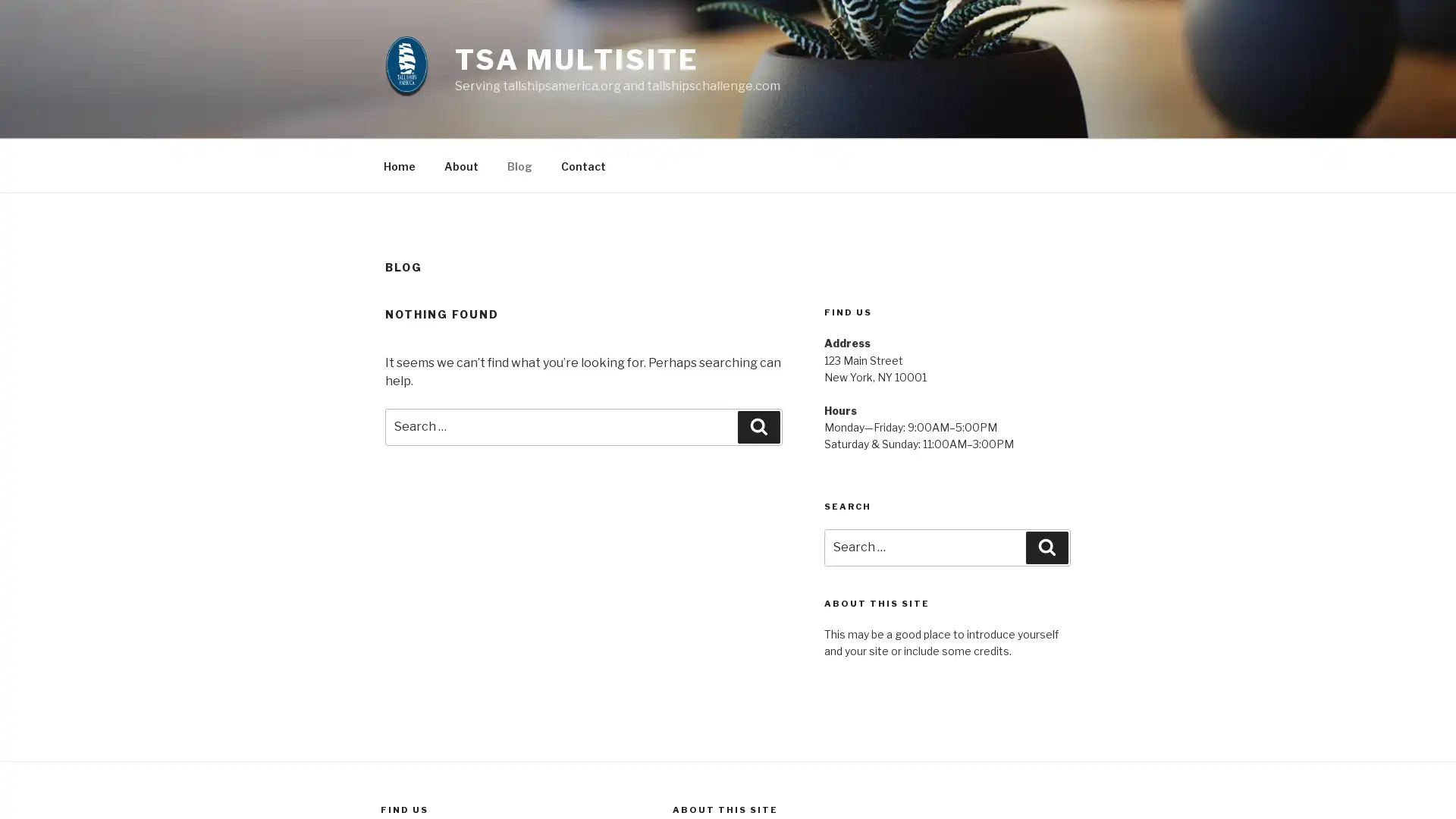  Describe the element at coordinates (759, 427) in the screenshot. I see `Search` at that location.